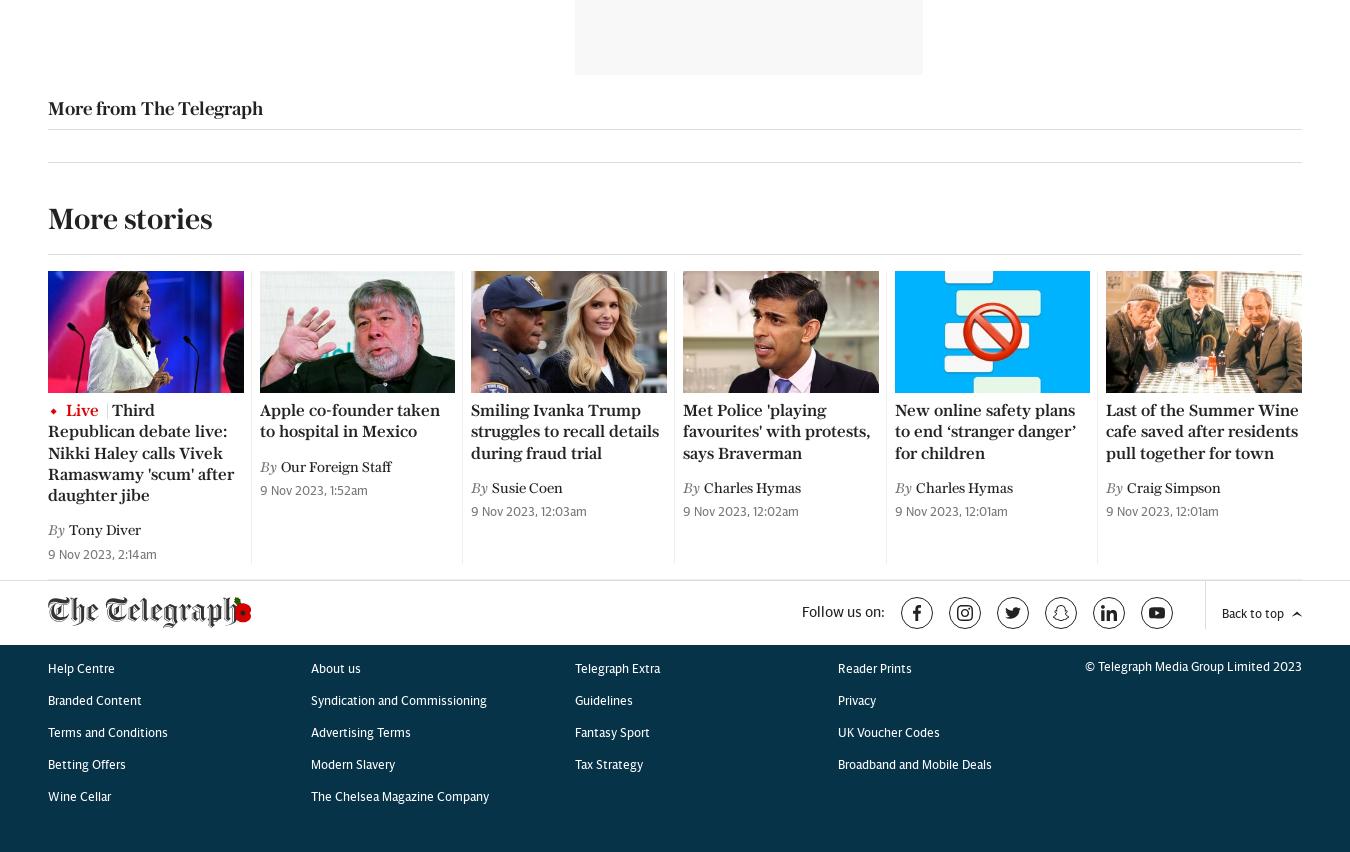  I want to click on 'Wine Cellar', so click(78, 240).